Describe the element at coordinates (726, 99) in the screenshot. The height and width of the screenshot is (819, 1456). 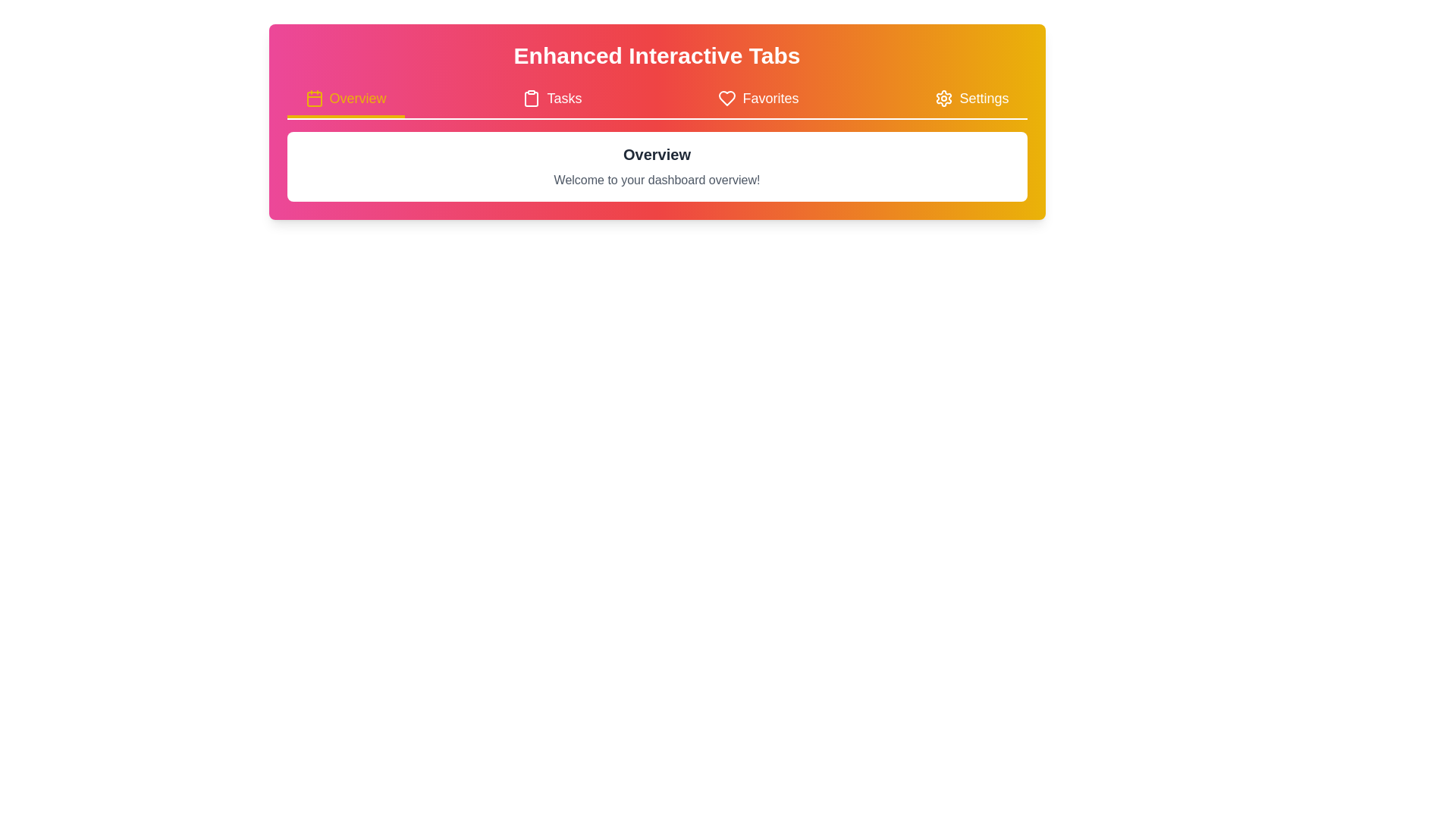
I see `the heart icon that serves as a visual indicator for the 'Favorites' section, located at the top center of the interface, between the 'Tasks' button and the 'Settings' button` at that location.